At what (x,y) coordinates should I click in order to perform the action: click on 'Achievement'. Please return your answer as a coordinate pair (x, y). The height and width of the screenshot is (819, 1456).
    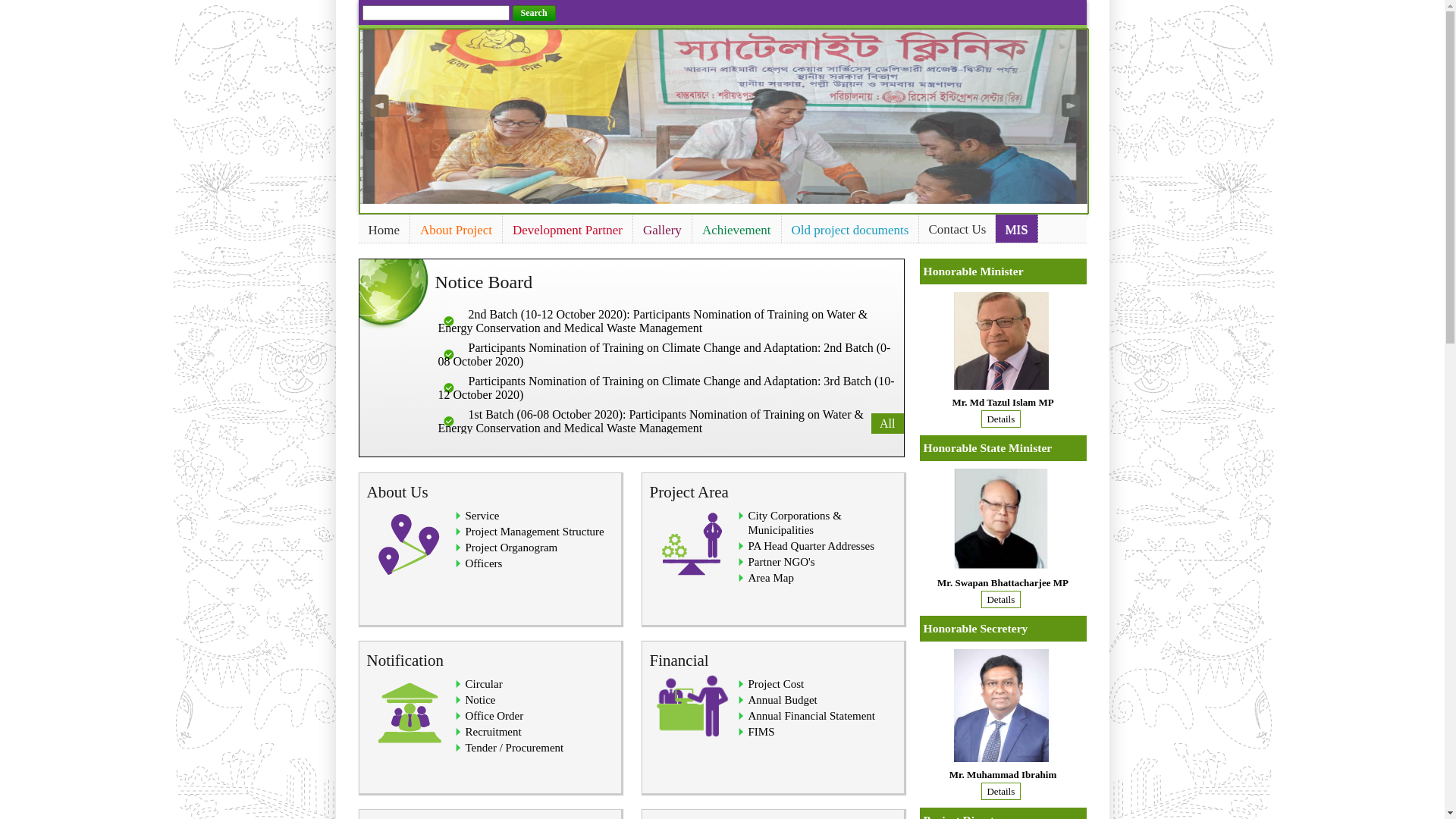
    Looking at the image, I should click on (736, 231).